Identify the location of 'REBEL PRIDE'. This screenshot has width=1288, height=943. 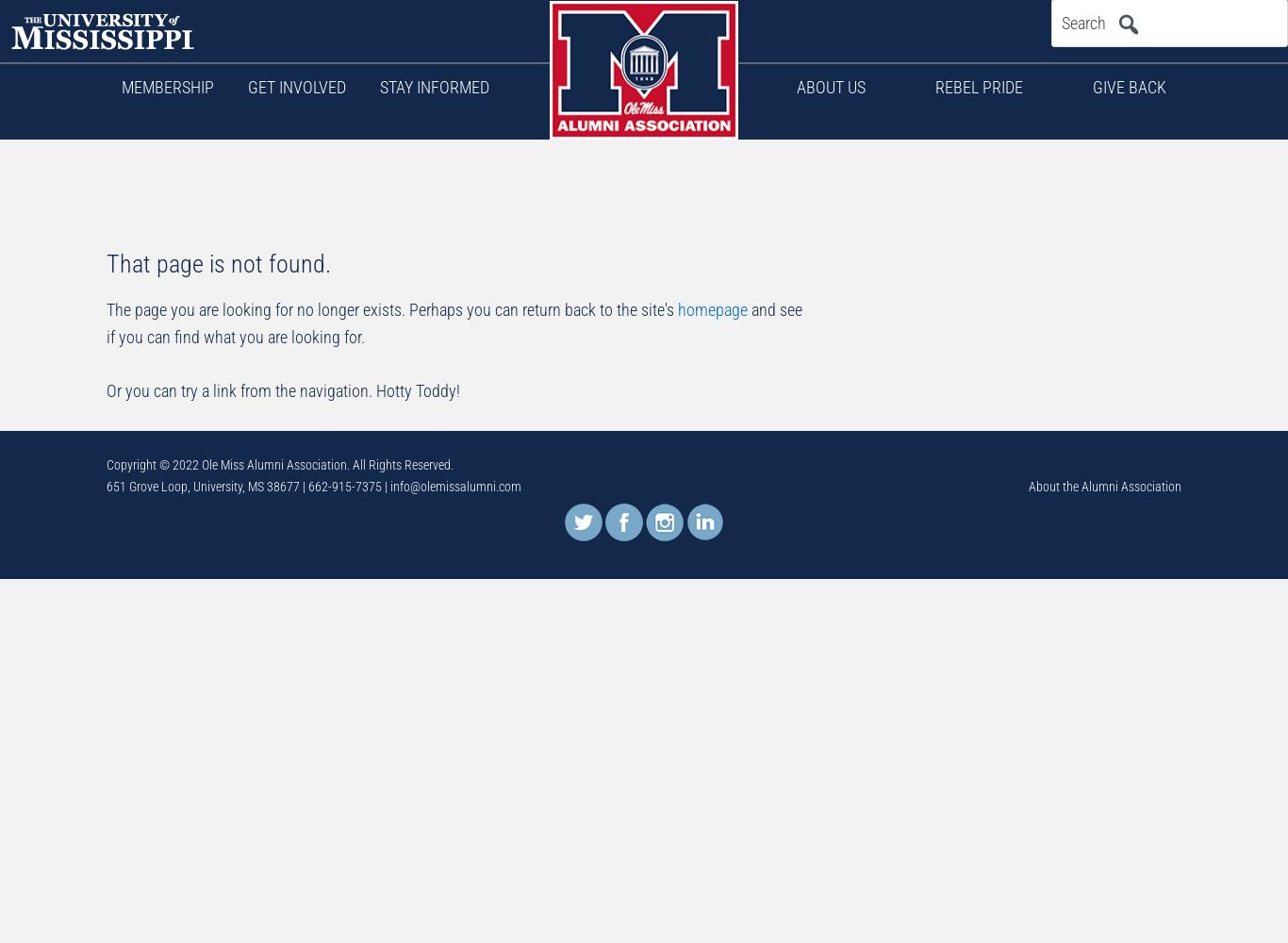
(978, 86).